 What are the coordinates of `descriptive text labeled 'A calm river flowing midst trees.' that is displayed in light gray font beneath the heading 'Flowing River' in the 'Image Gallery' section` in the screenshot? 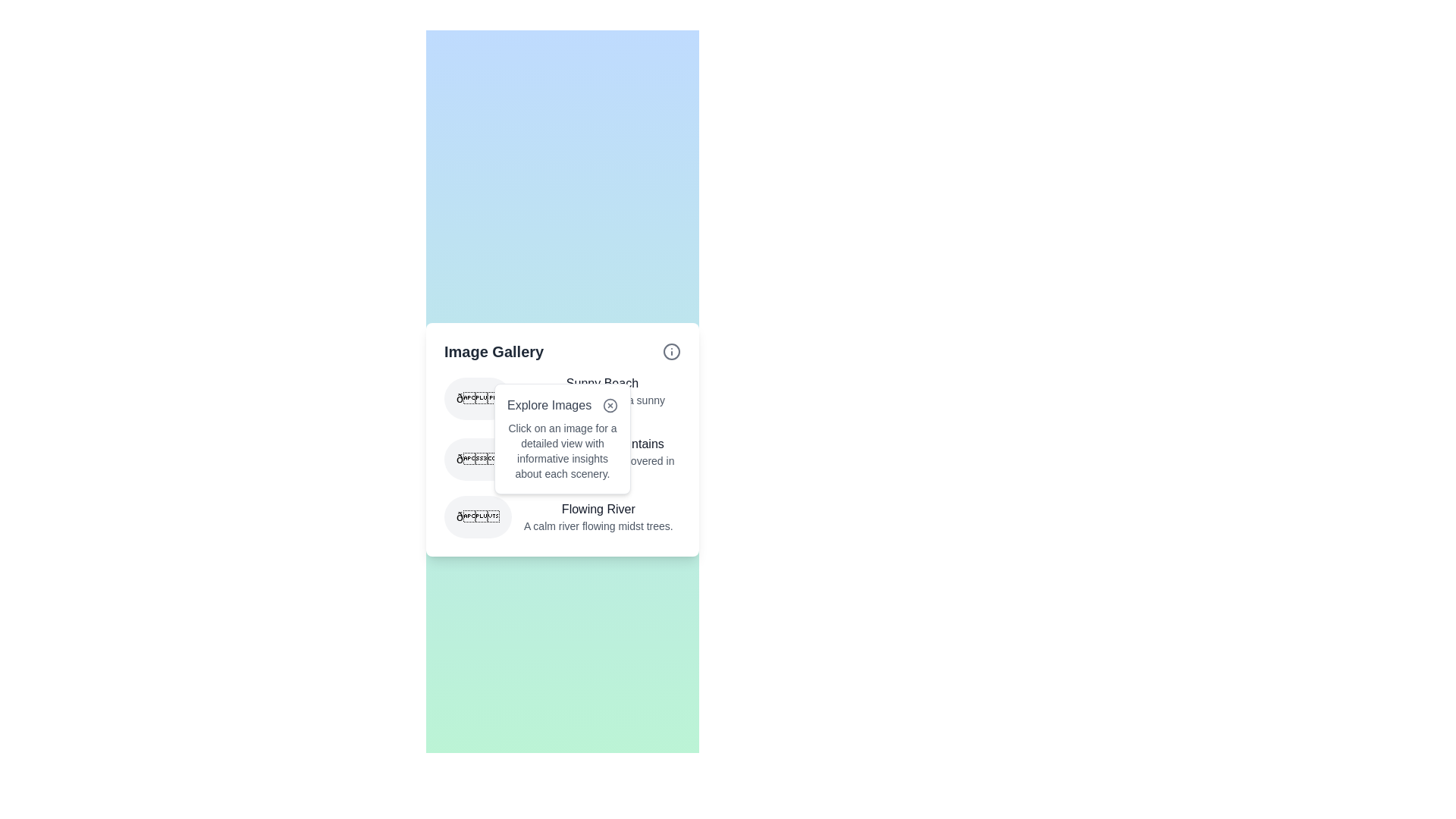 It's located at (598, 526).